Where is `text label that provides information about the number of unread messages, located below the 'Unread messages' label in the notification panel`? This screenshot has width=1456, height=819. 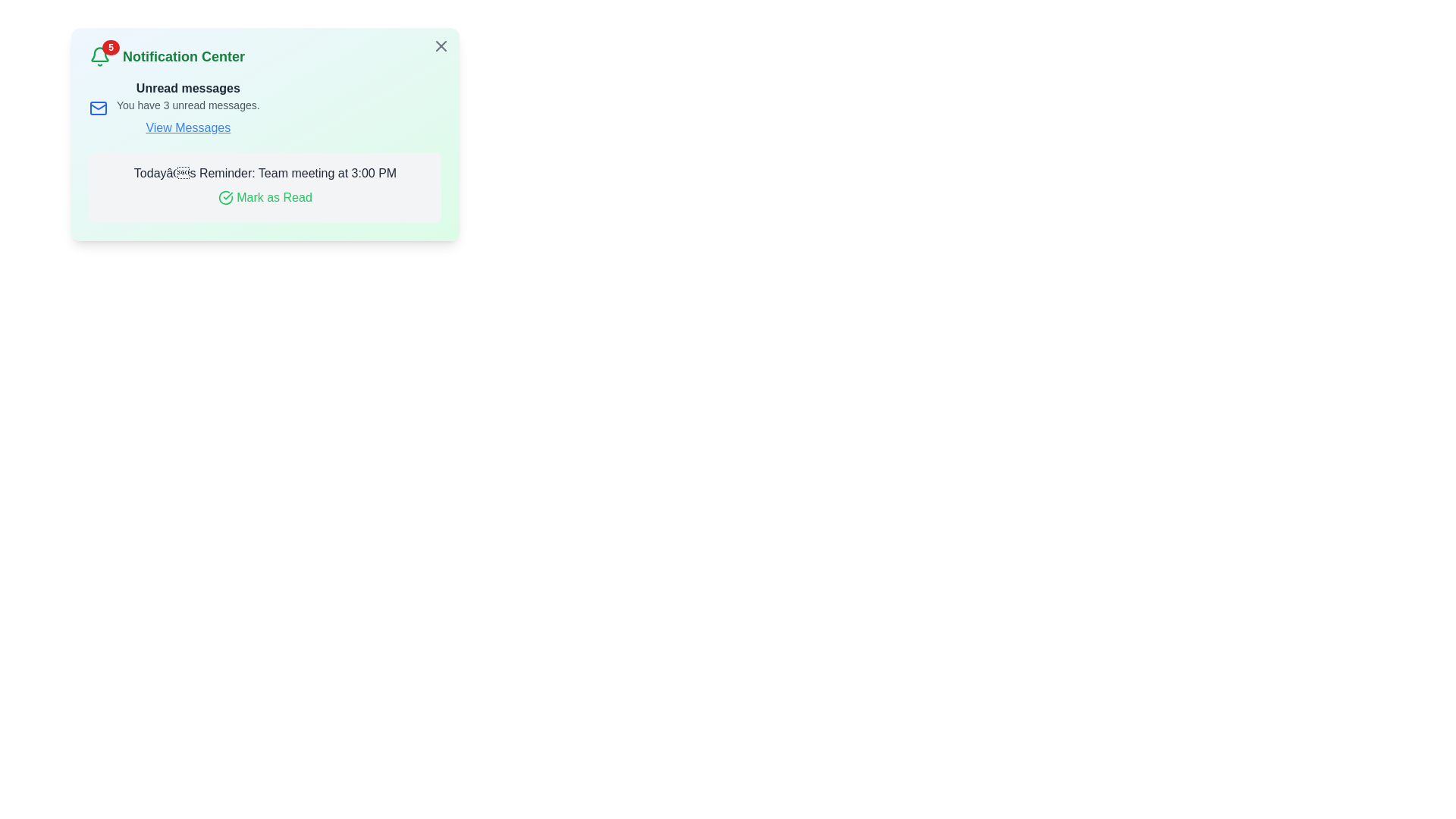
text label that provides information about the number of unread messages, located below the 'Unread messages' label in the notification panel is located at coordinates (187, 104).